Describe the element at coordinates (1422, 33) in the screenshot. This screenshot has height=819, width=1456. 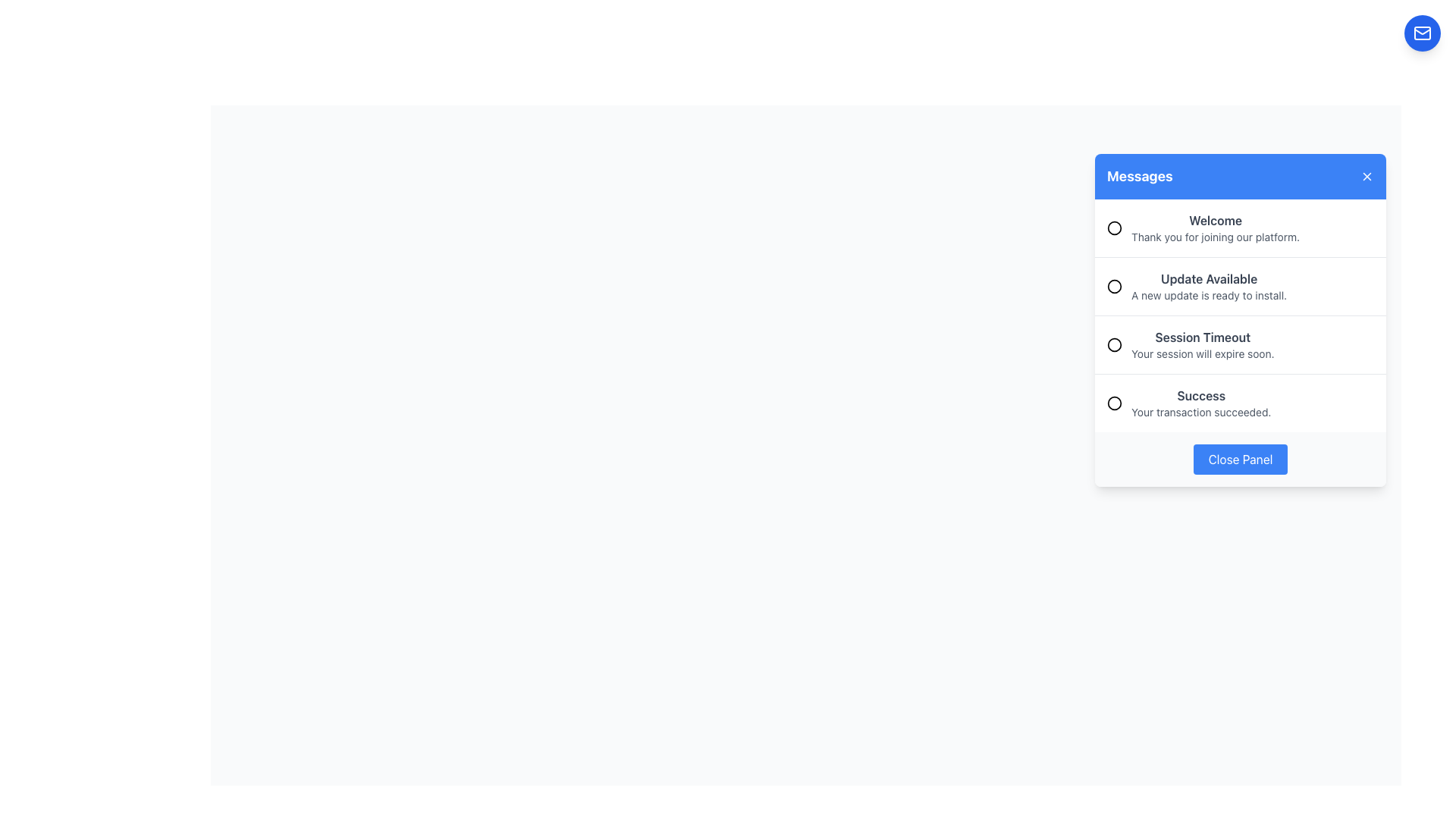
I see `the quick-access button located at the top-right corner of the interface` at that location.